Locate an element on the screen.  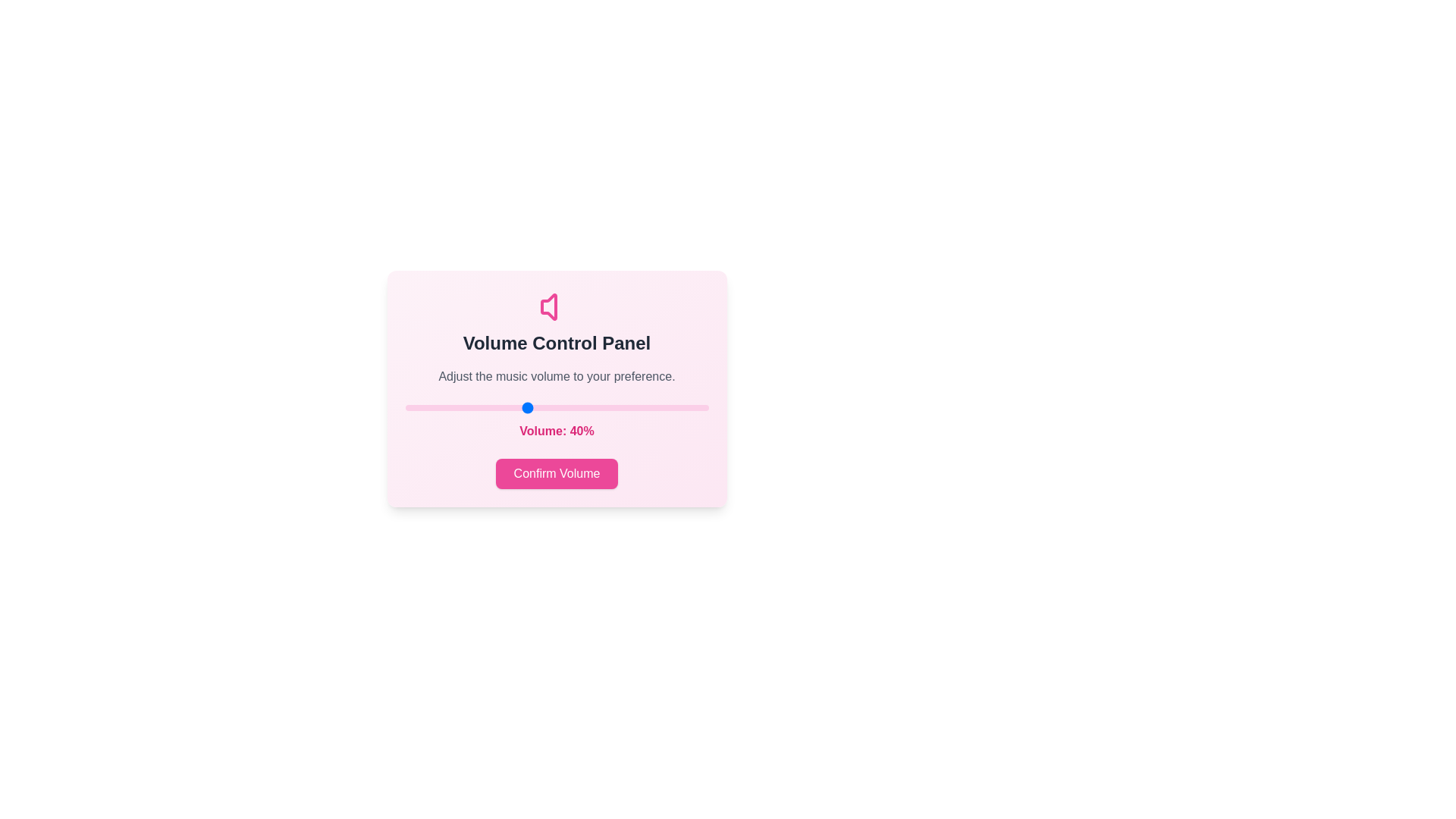
the volume to 85 percent by dragging the slider is located at coordinates (663, 406).